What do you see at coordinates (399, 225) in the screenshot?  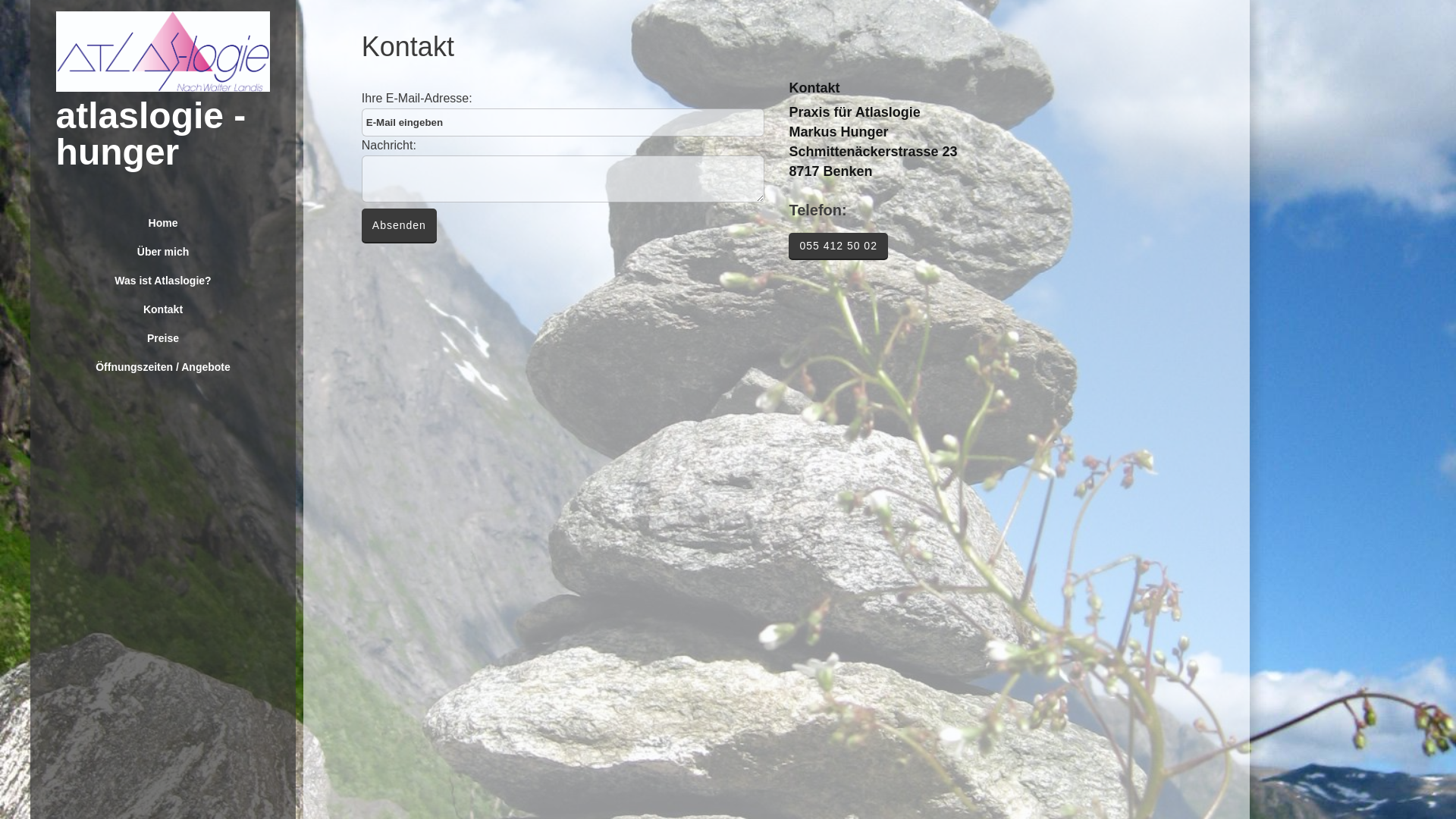 I see `'Absenden'` at bounding box center [399, 225].